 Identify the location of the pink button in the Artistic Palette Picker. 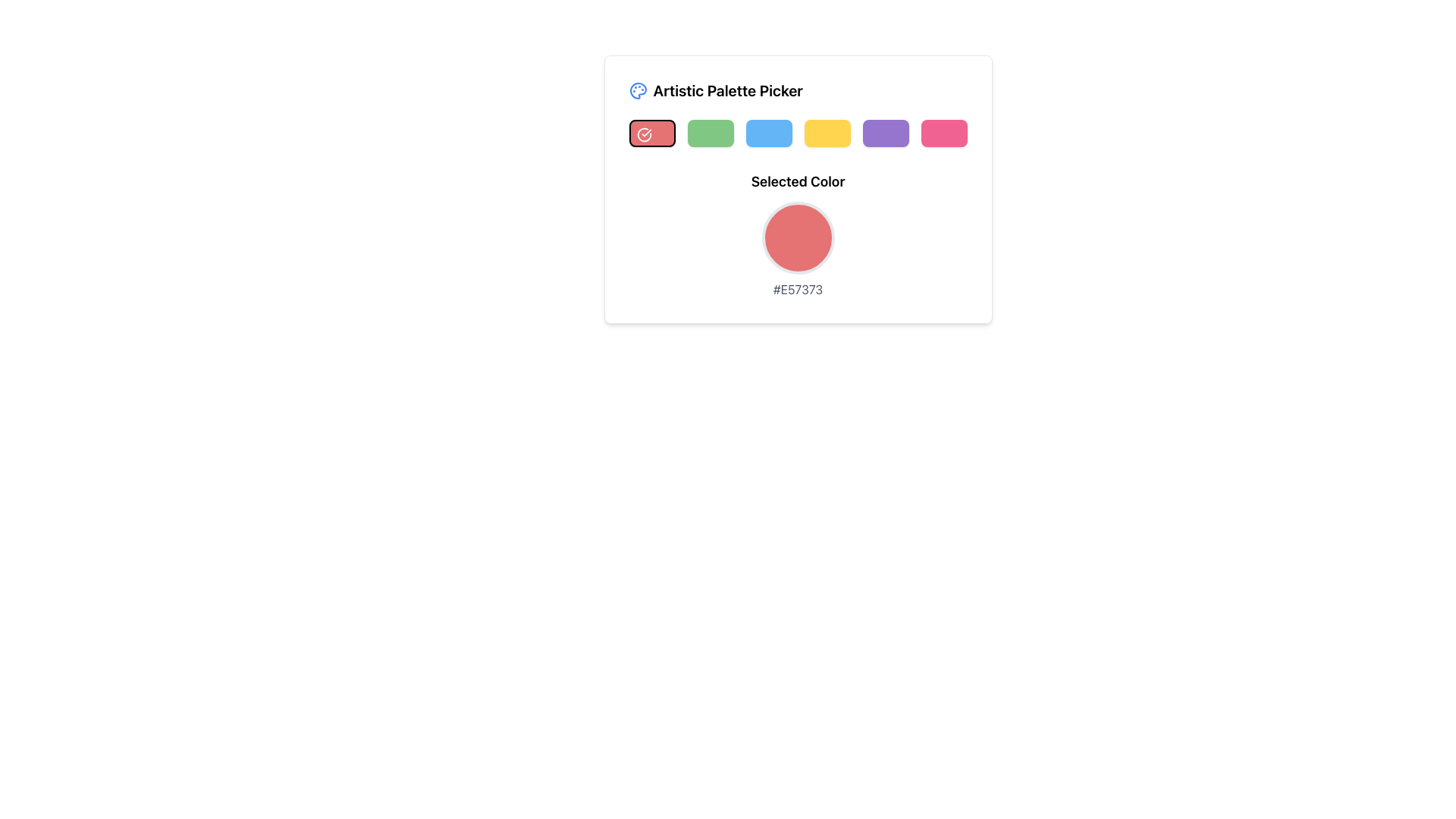
(943, 133).